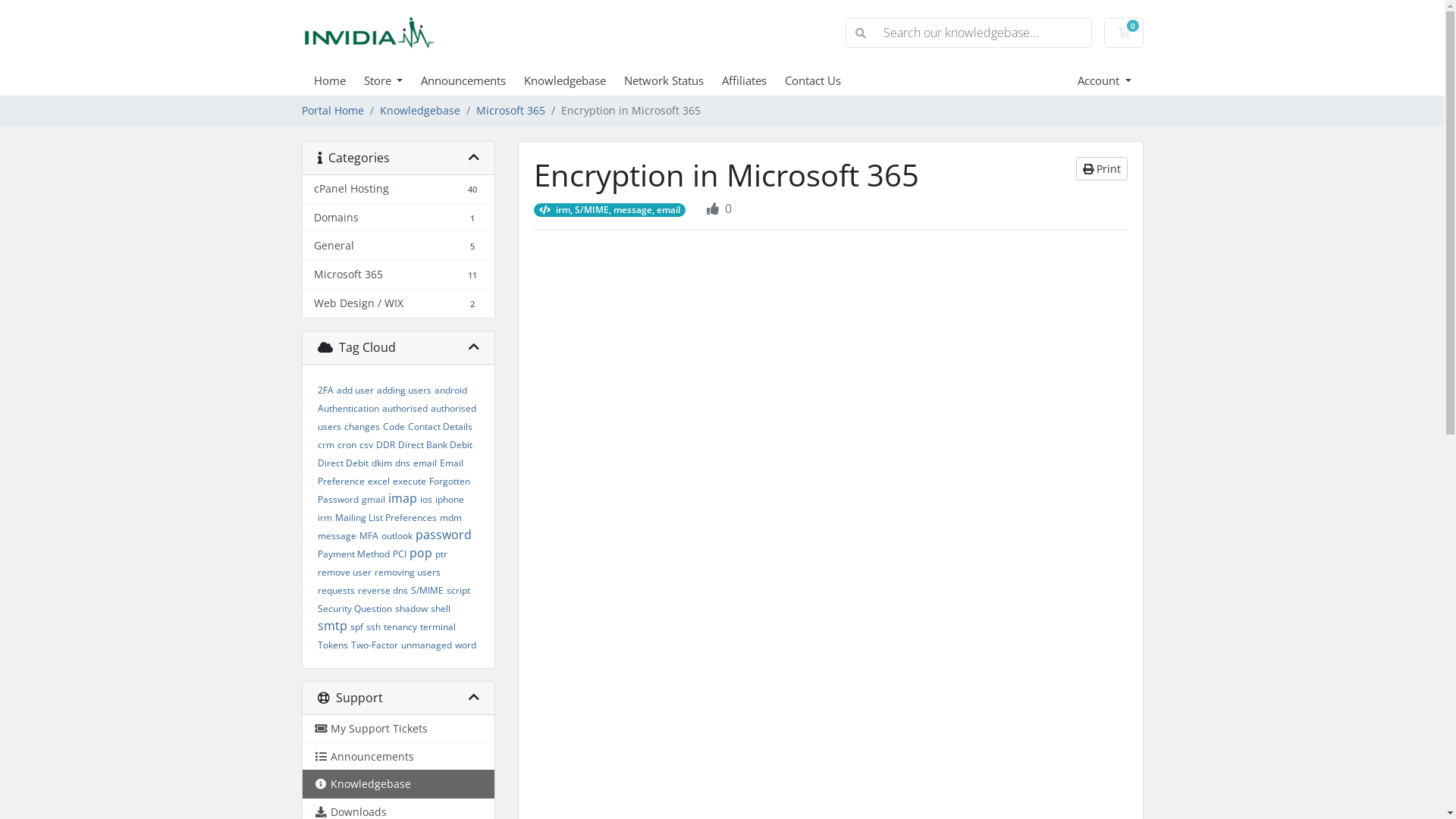 This screenshot has height=819, width=1456. Describe the element at coordinates (347, 407) in the screenshot. I see `'Authentication'` at that location.